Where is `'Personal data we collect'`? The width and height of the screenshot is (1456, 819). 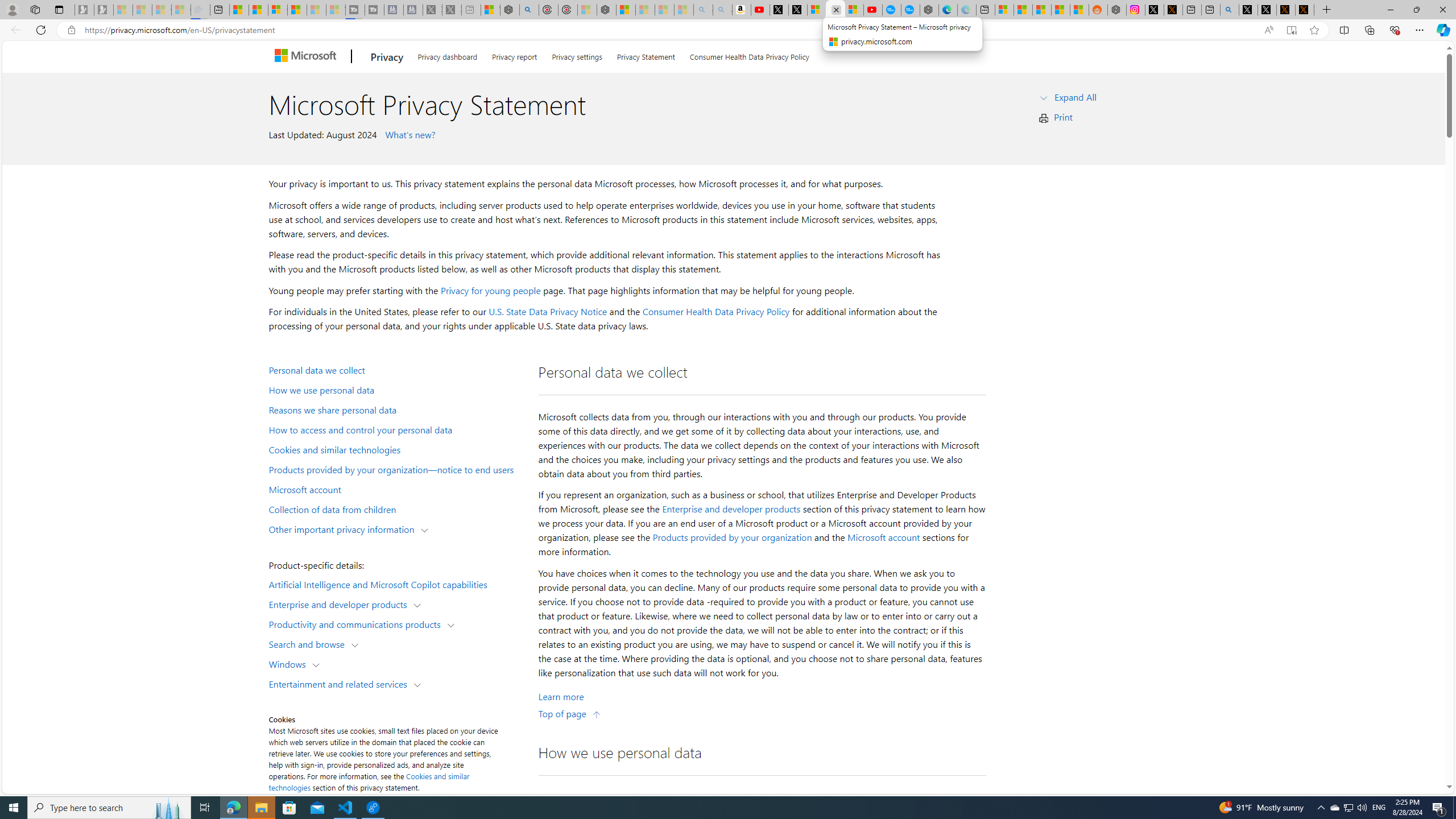 'Personal data we collect' is located at coordinates (396, 369).